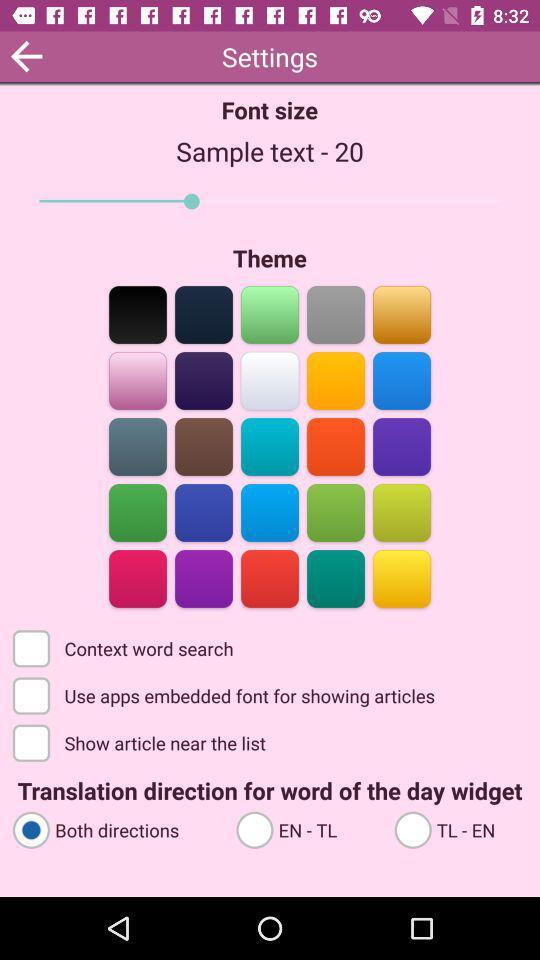 The width and height of the screenshot is (540, 960). What do you see at coordinates (225, 694) in the screenshot?
I see `use apps embedded item` at bounding box center [225, 694].